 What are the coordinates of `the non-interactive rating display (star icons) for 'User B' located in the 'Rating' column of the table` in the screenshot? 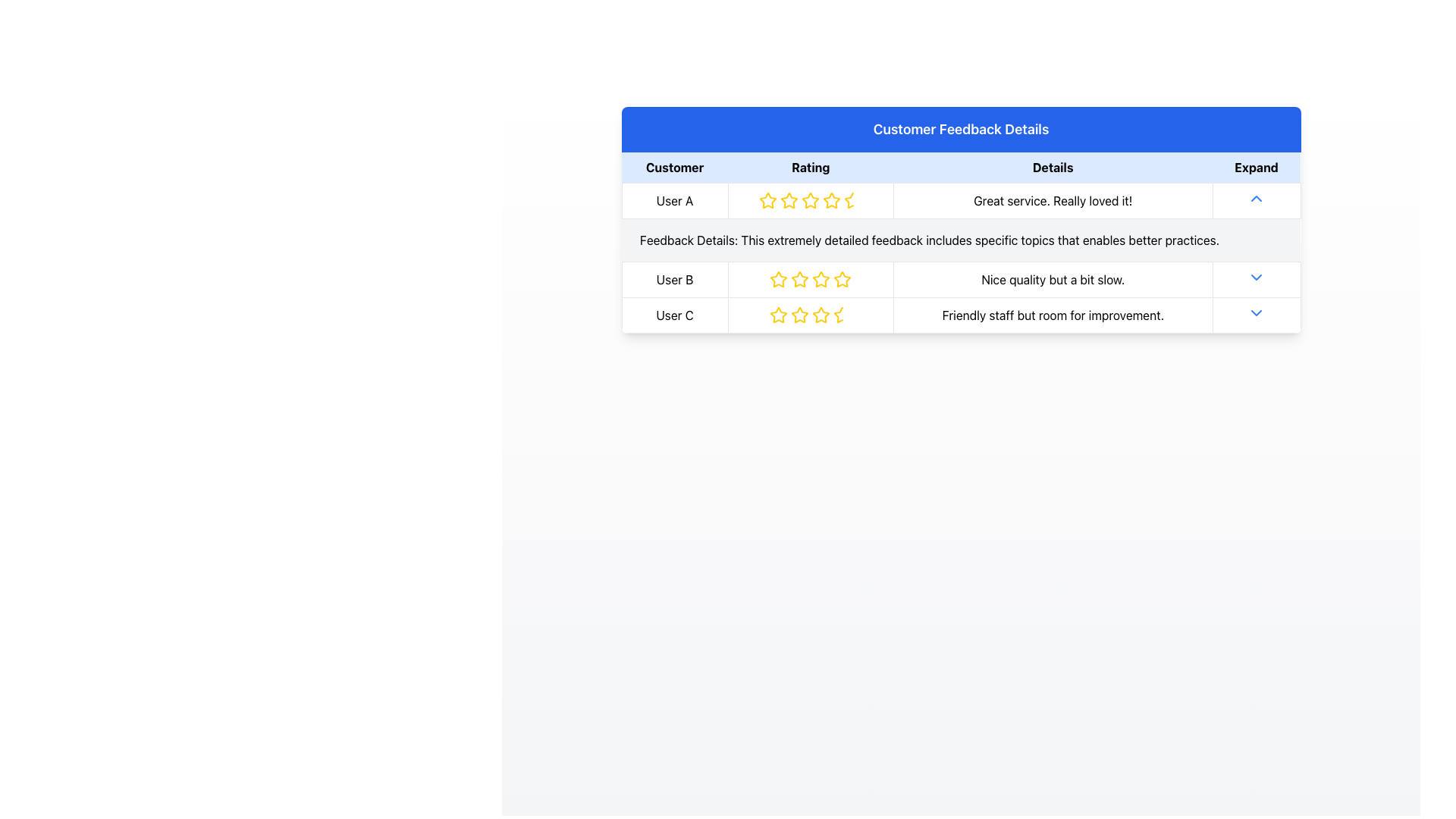 It's located at (810, 280).